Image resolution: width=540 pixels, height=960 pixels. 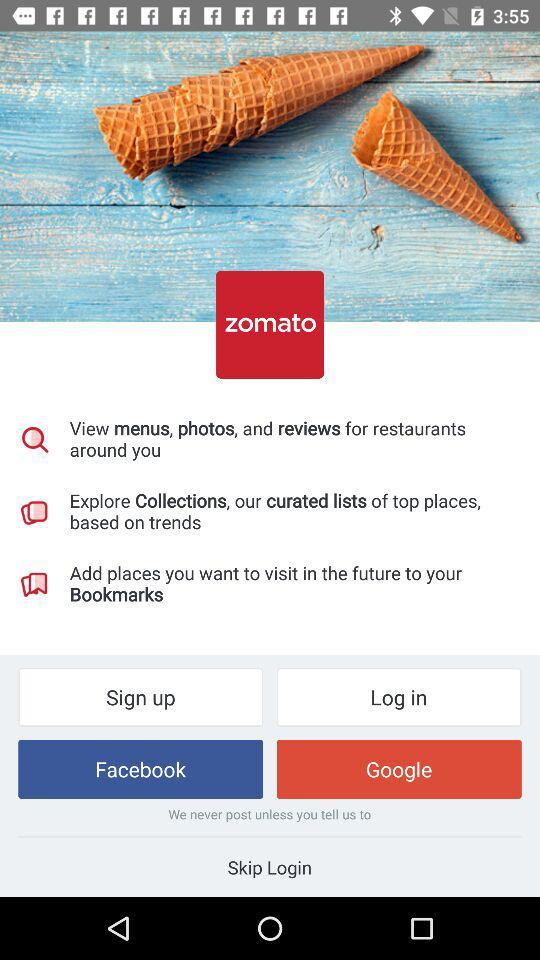 I want to click on the google item, so click(x=399, y=768).